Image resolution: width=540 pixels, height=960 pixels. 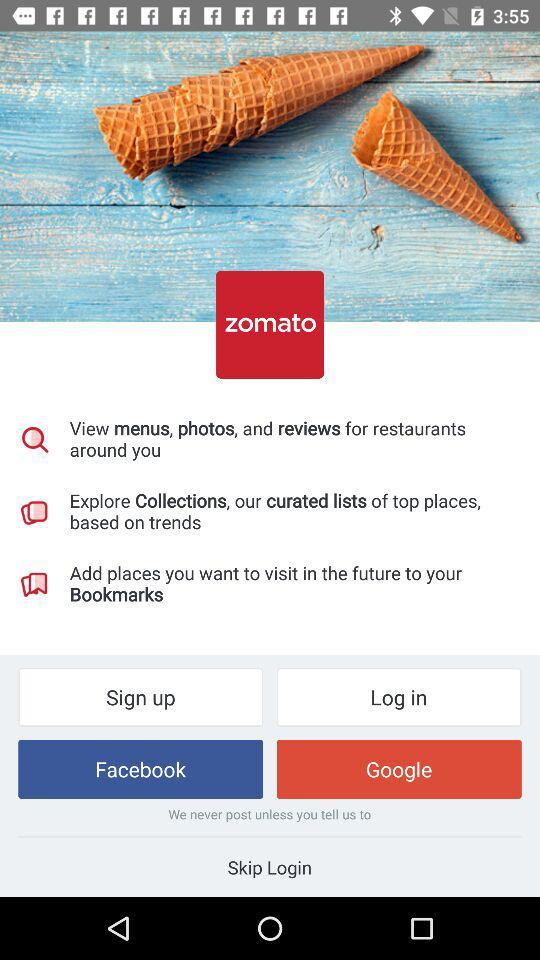 I want to click on the google item, so click(x=399, y=768).